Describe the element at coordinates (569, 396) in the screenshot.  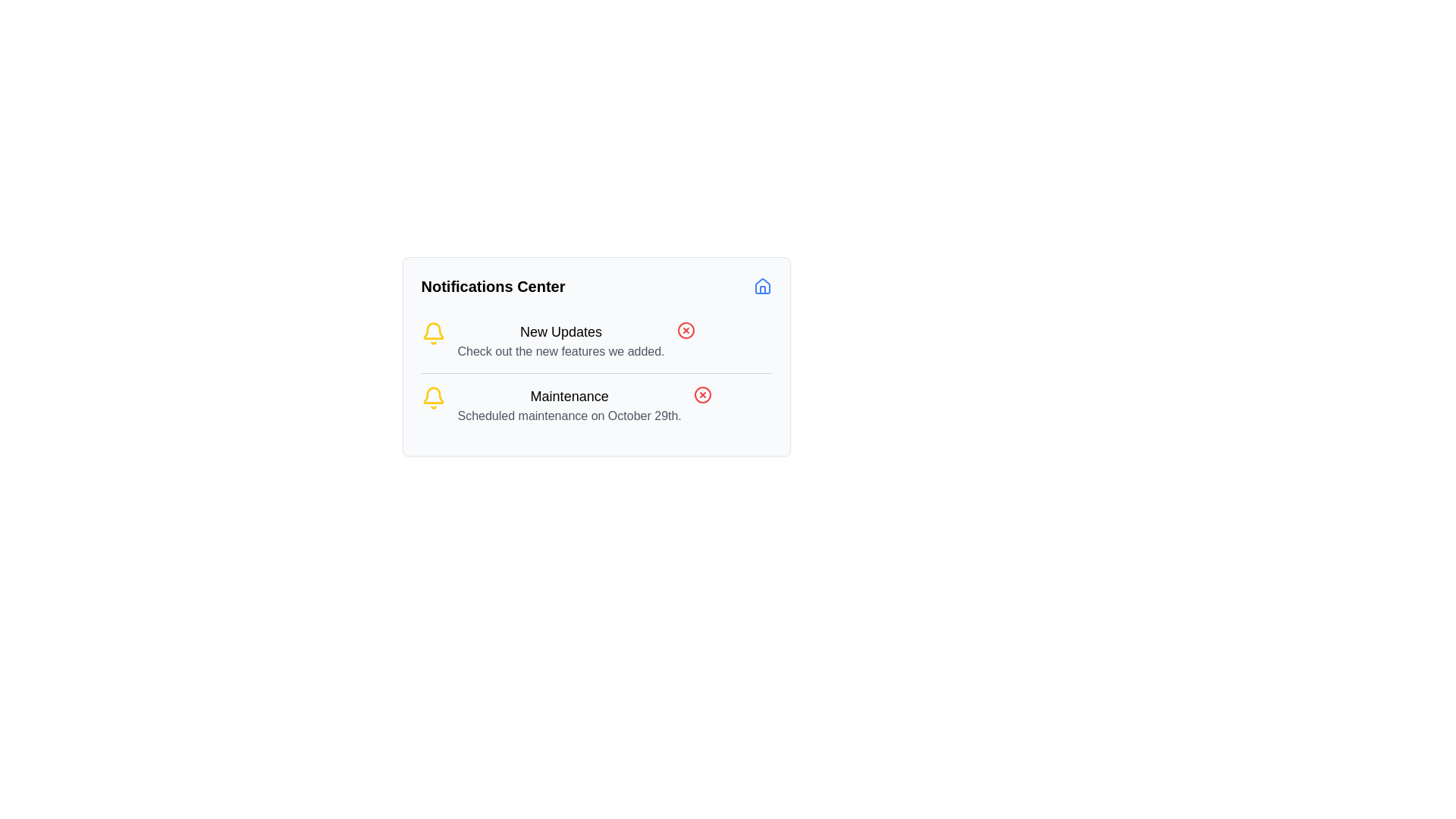
I see `the static text that serves as the title for the maintenance notification located in the second notification box of the Notifications Center` at that location.